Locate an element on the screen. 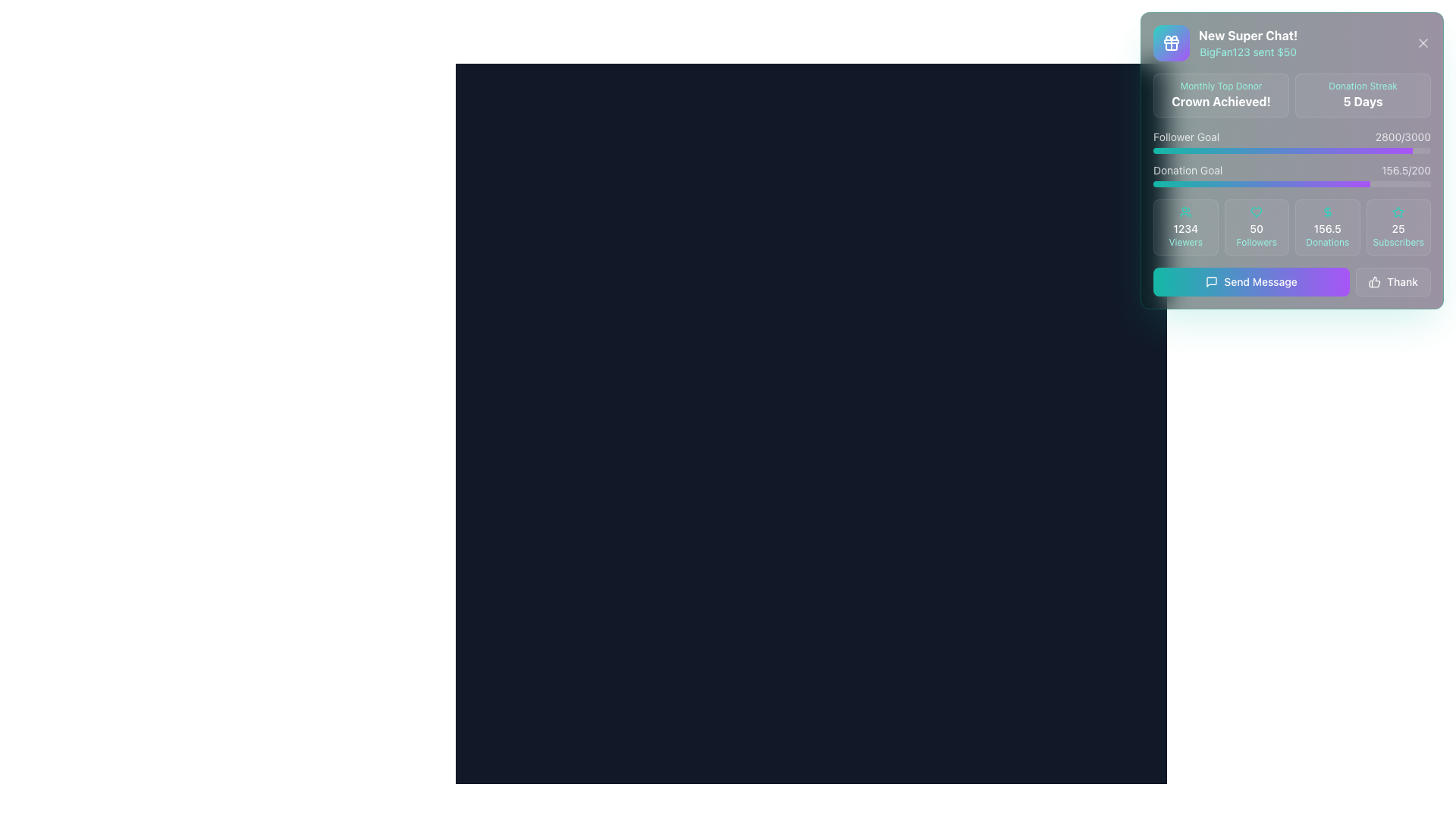 The width and height of the screenshot is (1456, 819). value displayed in the static text element showing '156.5', which is in white font on a light gray background, positioned above the 'donations' text is located at coordinates (1326, 228).